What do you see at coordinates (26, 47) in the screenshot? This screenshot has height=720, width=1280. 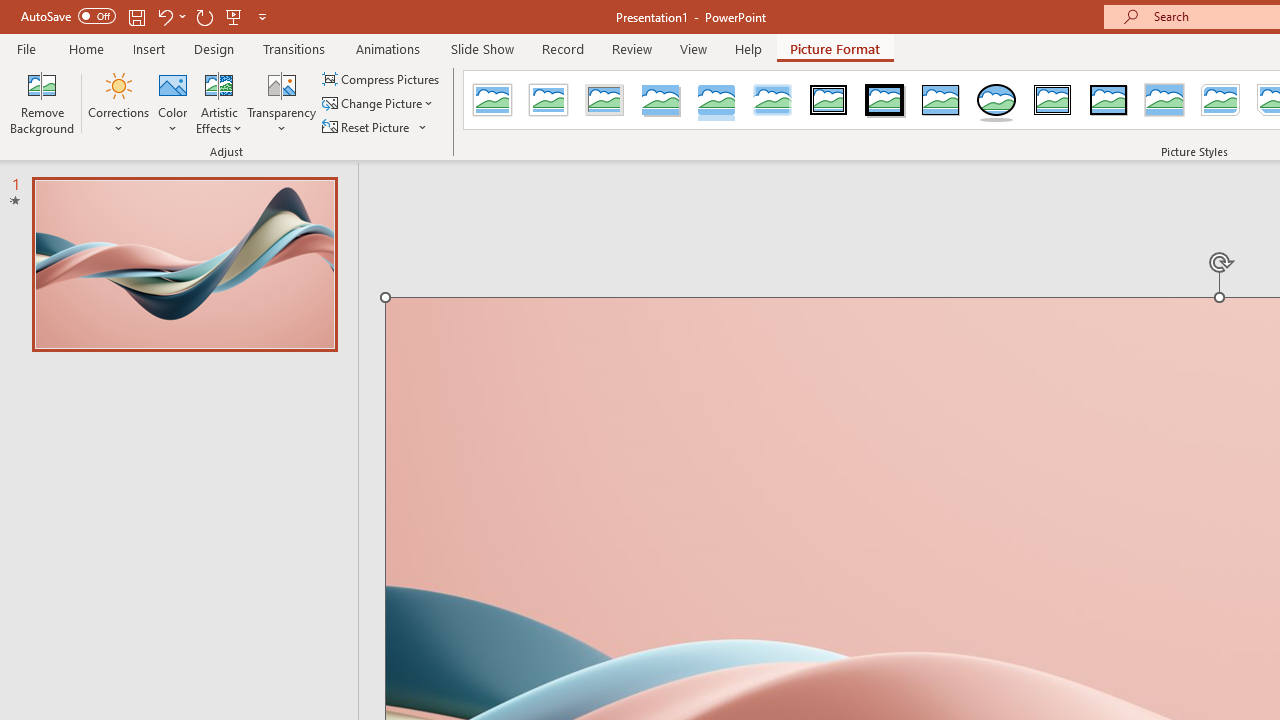 I see `'File Tab'` at bounding box center [26, 47].